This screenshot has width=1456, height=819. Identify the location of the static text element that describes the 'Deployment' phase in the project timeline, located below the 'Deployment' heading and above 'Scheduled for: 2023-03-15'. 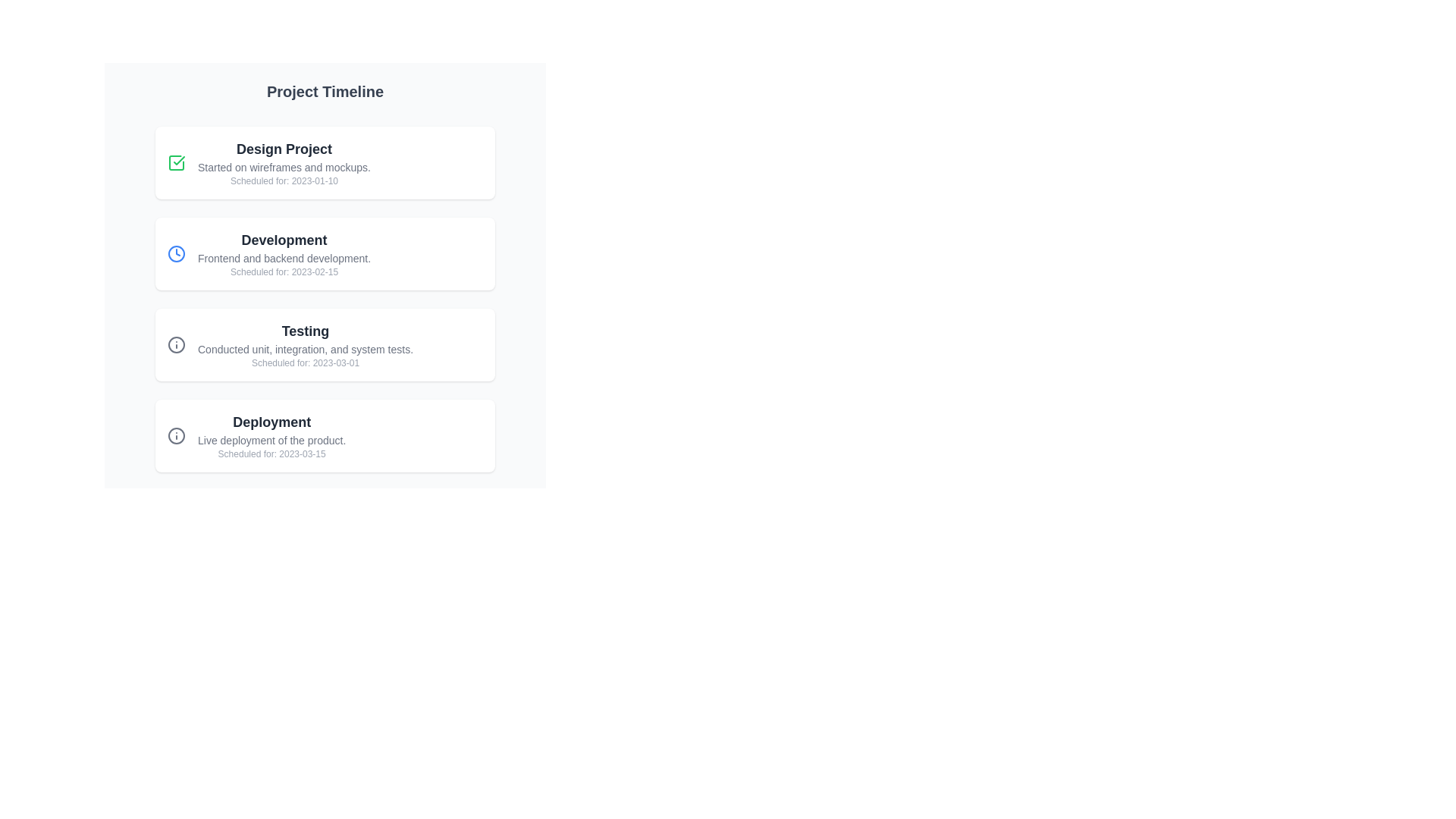
(271, 441).